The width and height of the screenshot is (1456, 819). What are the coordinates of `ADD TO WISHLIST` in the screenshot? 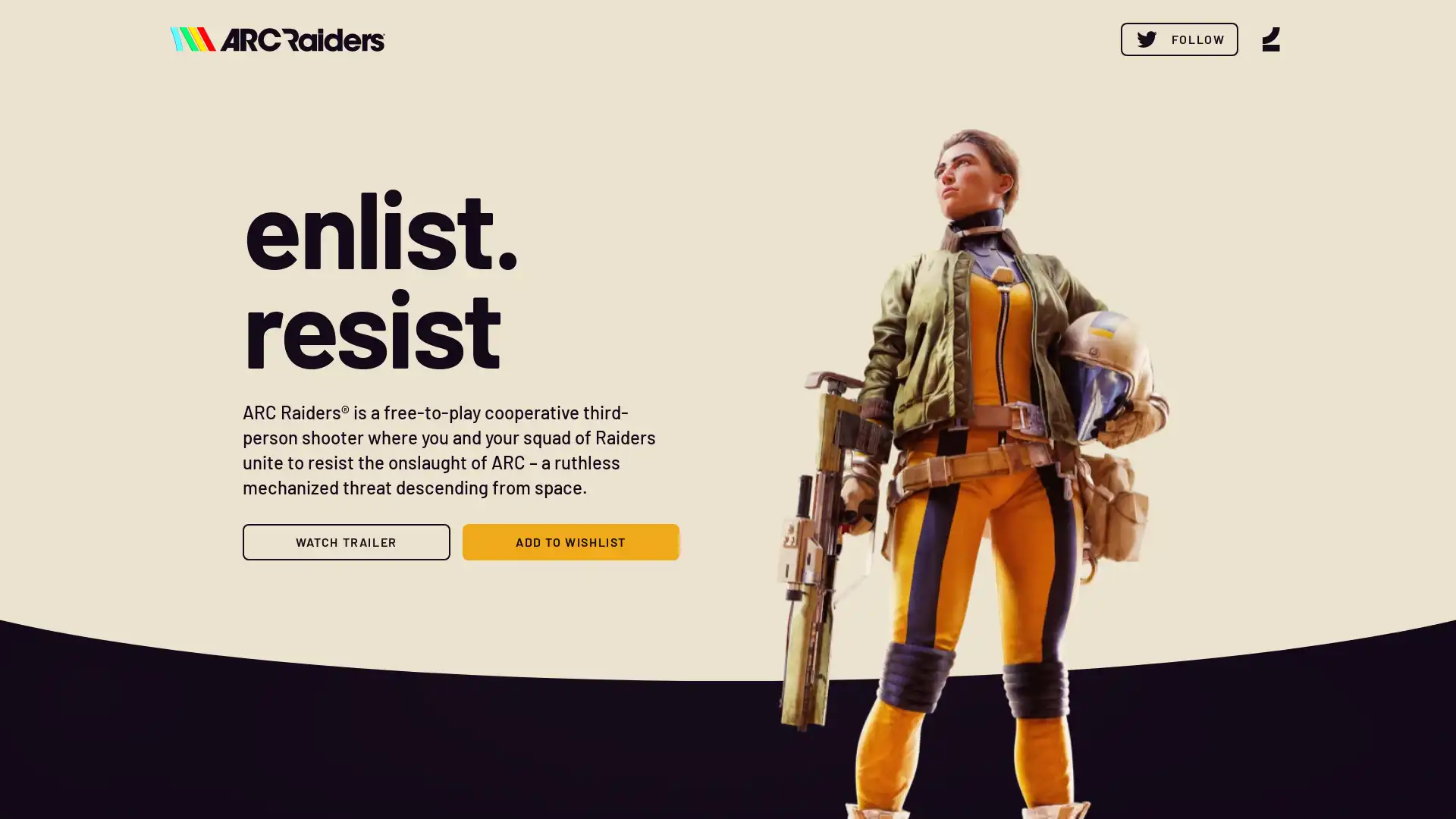 It's located at (570, 540).